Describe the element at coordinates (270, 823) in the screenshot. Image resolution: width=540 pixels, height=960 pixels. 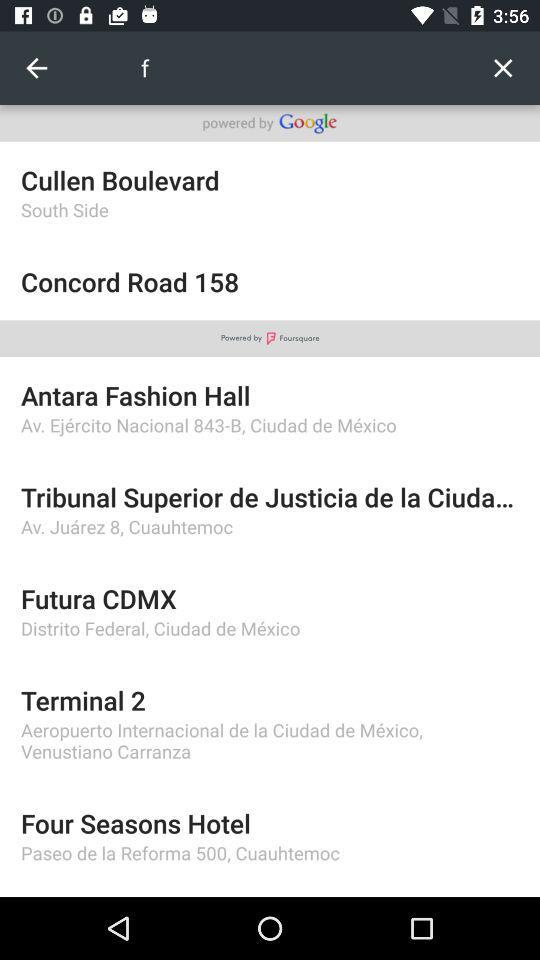
I see `the icon above the paseo de la icon` at that location.